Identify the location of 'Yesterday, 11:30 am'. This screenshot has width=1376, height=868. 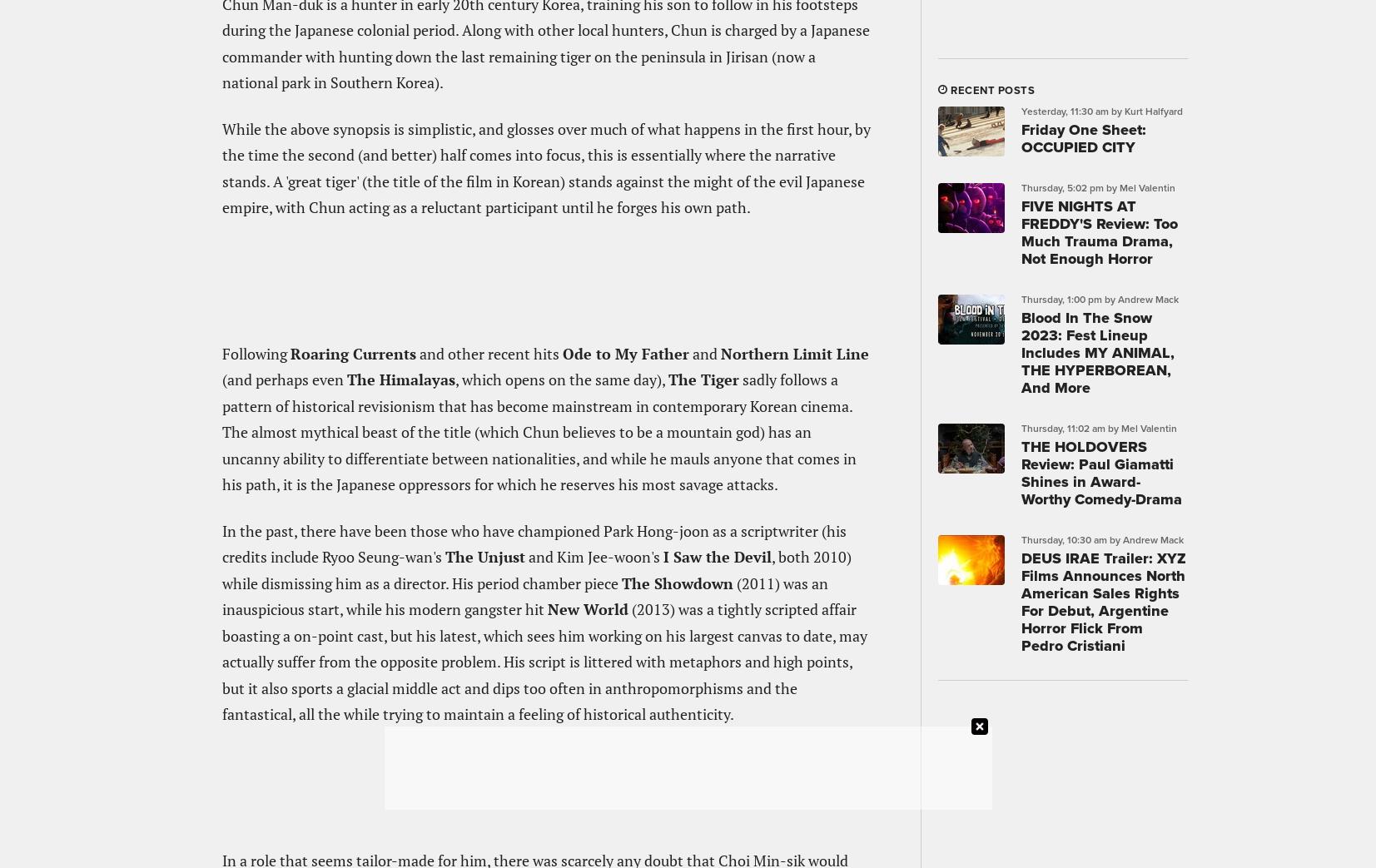
(1064, 110).